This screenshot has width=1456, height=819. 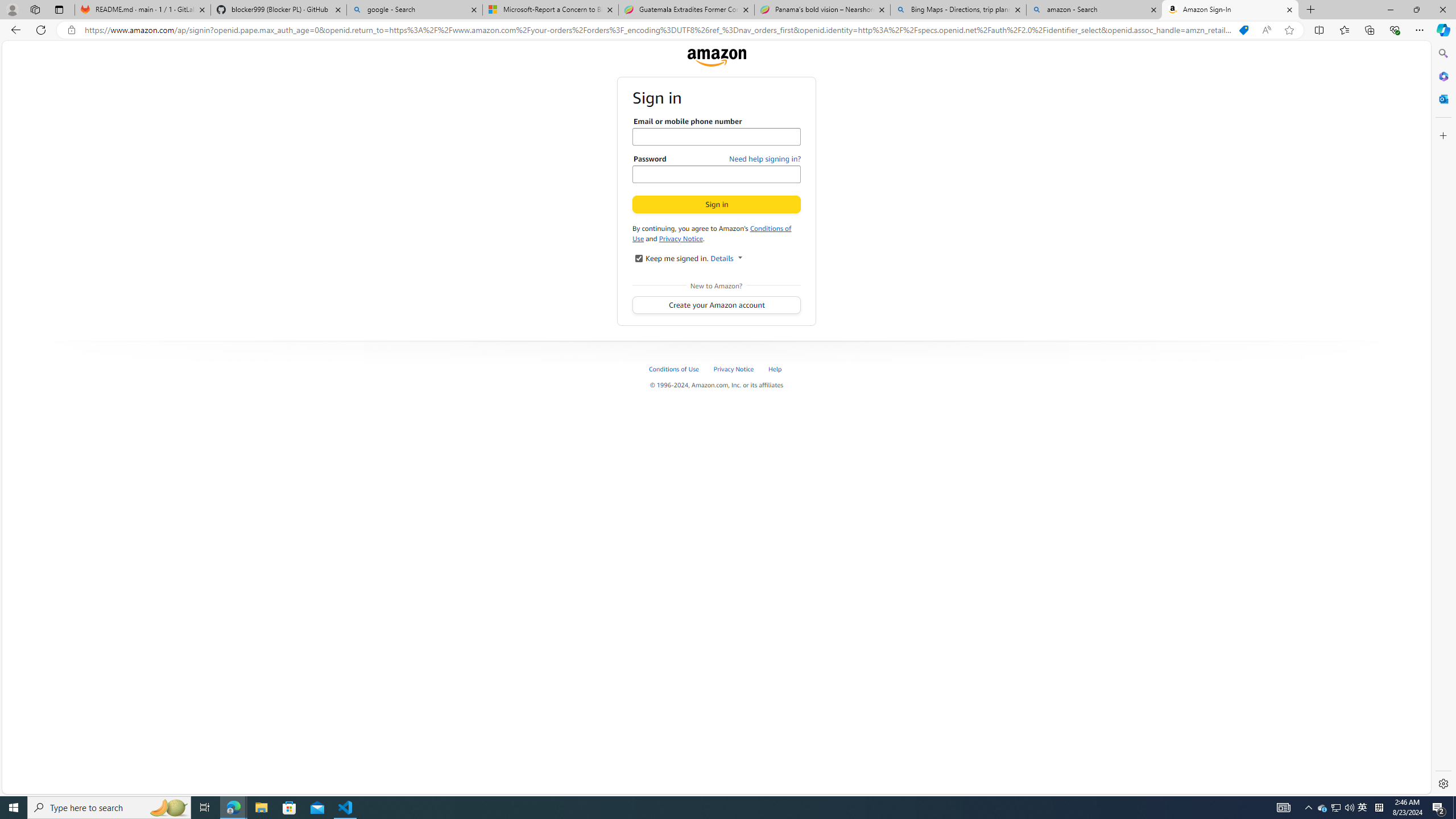 What do you see at coordinates (674, 368) in the screenshot?
I see `'Conditions of Use '` at bounding box center [674, 368].